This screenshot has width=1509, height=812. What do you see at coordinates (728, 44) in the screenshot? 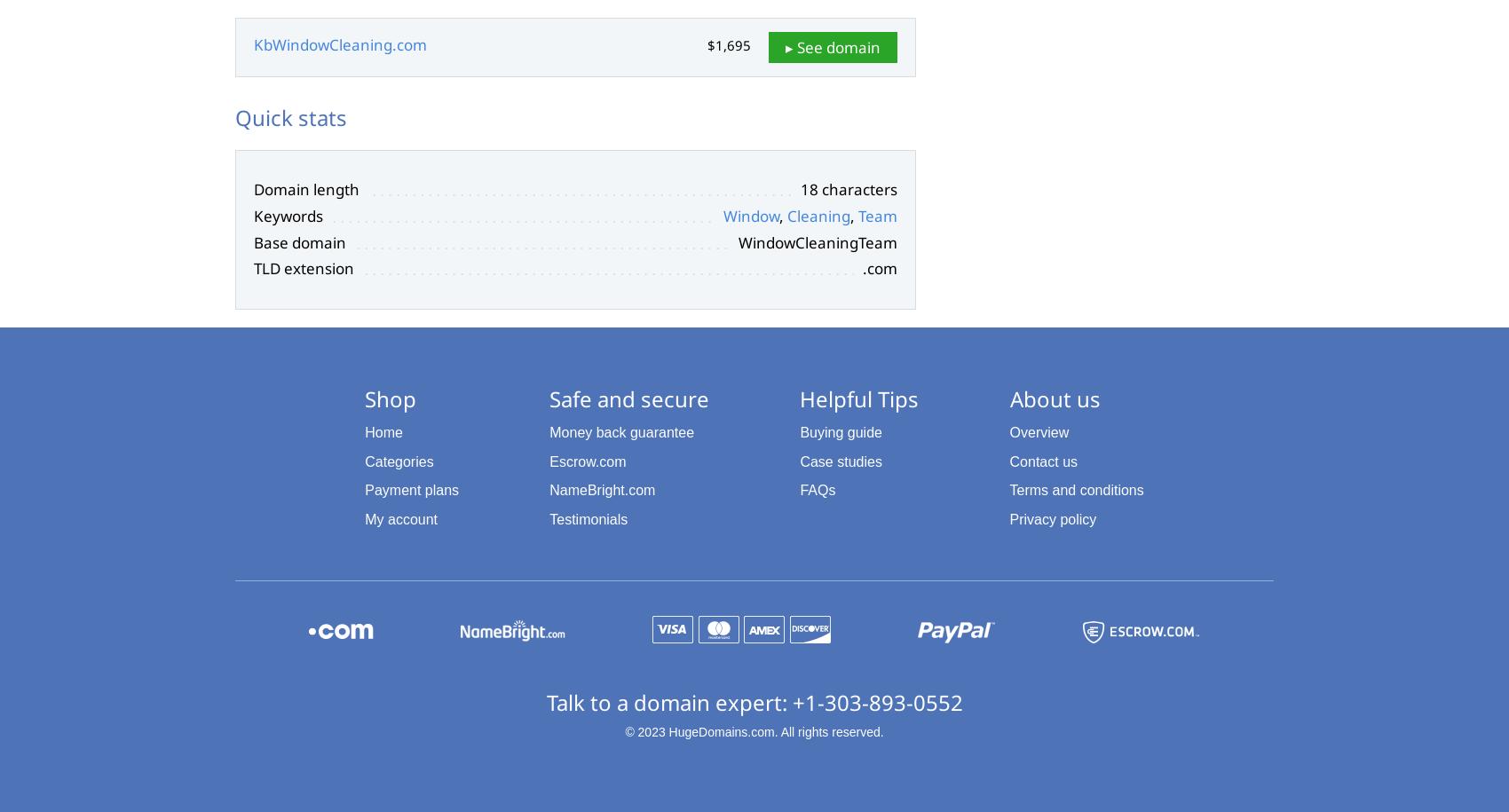
I see `'$1,695'` at bounding box center [728, 44].